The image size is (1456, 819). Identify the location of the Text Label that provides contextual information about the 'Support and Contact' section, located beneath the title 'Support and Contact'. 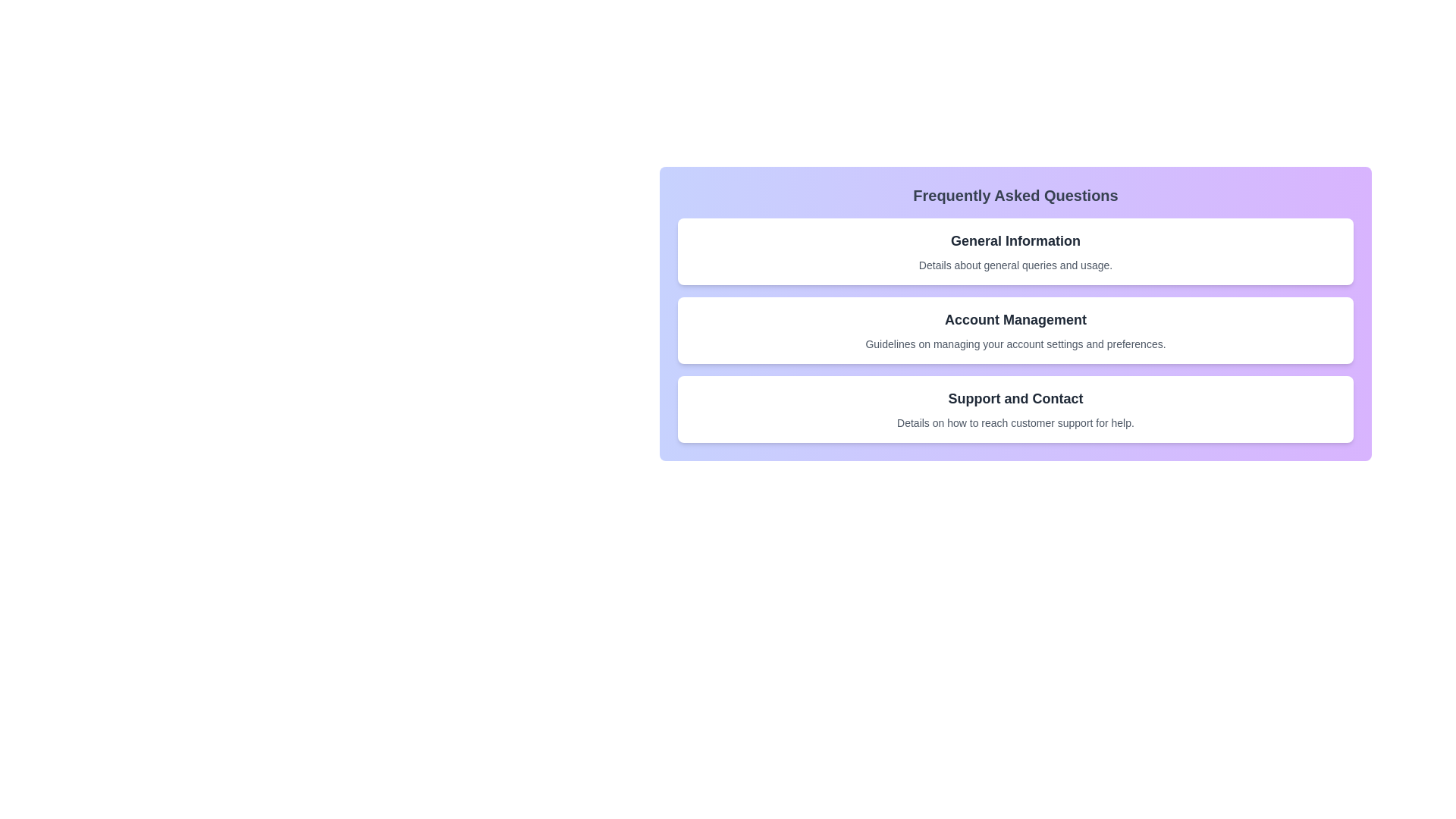
(1015, 423).